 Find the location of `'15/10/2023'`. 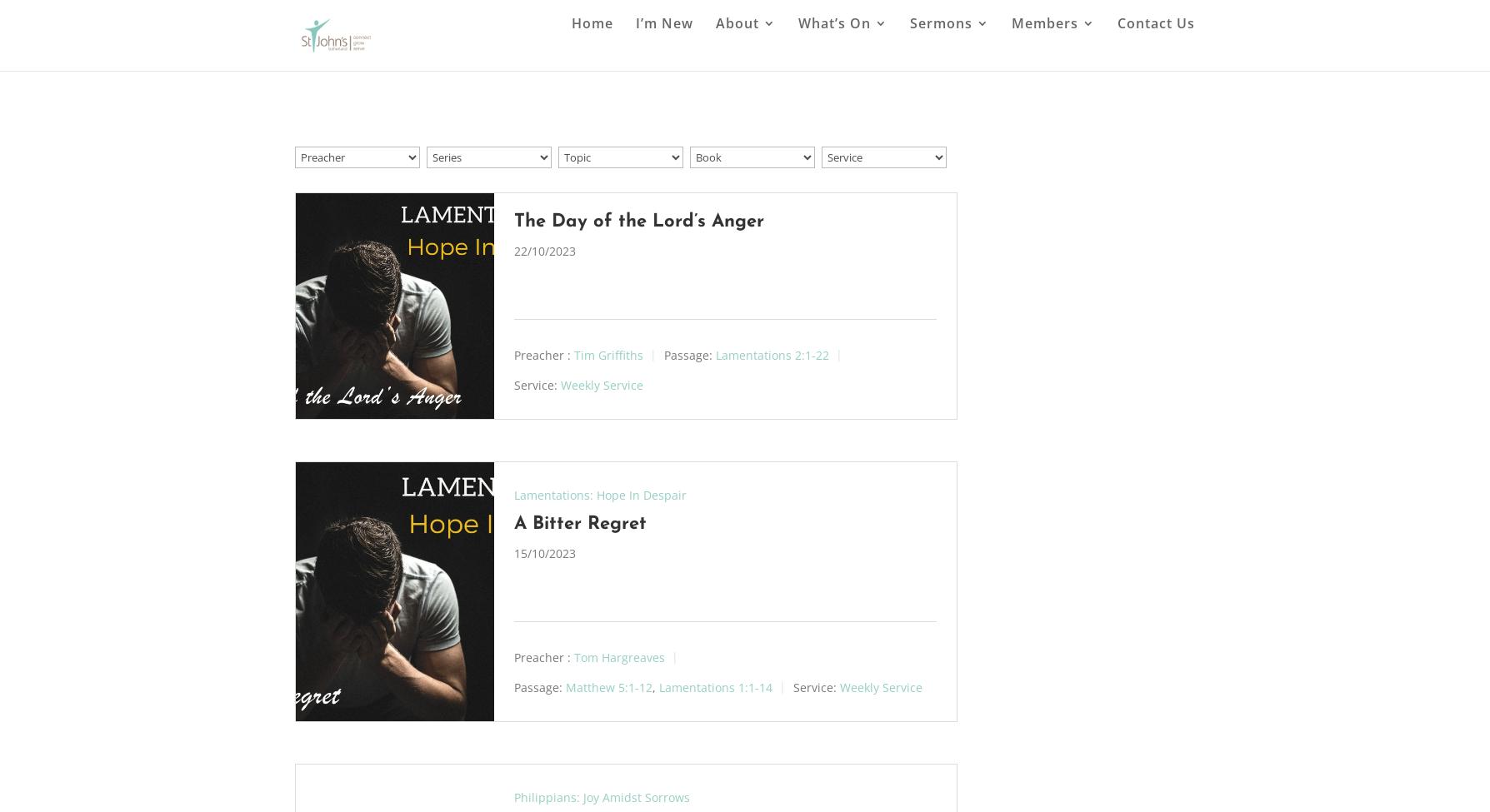

'15/10/2023' is located at coordinates (543, 553).